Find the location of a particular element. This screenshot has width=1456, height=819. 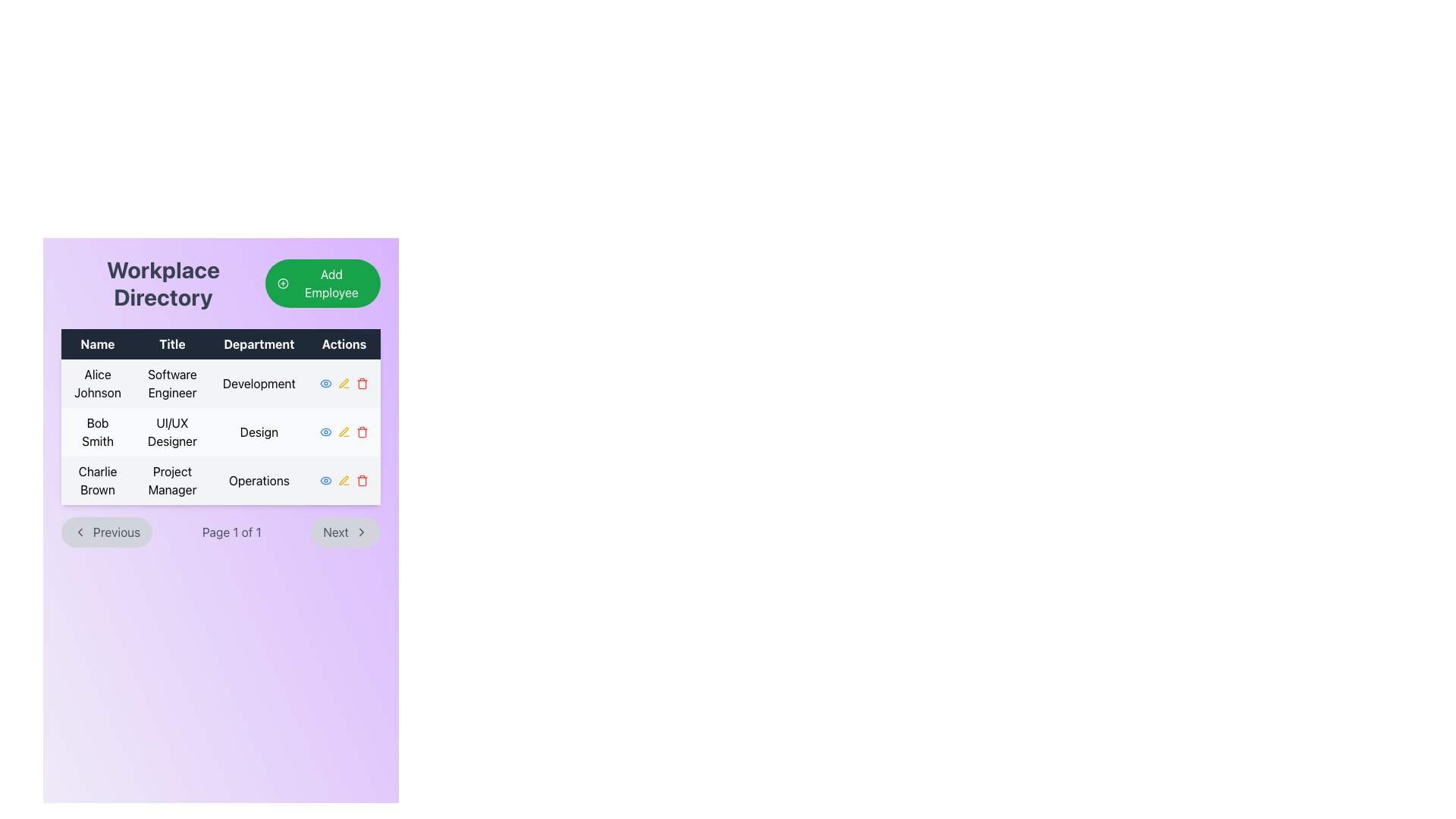

the text label displaying 'Alice Johnson' located in the first row of the data table under the 'Name' column is located at coordinates (97, 382).